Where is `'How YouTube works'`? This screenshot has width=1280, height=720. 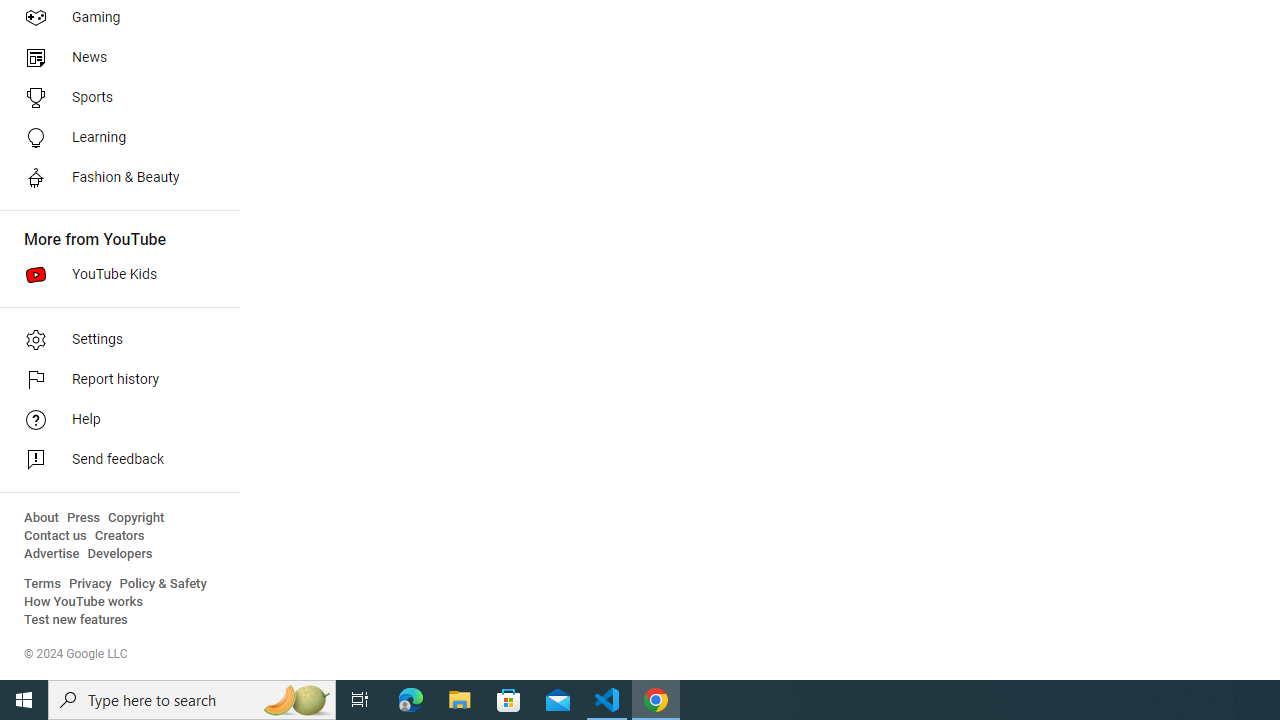
'How YouTube works' is located at coordinates (82, 601).